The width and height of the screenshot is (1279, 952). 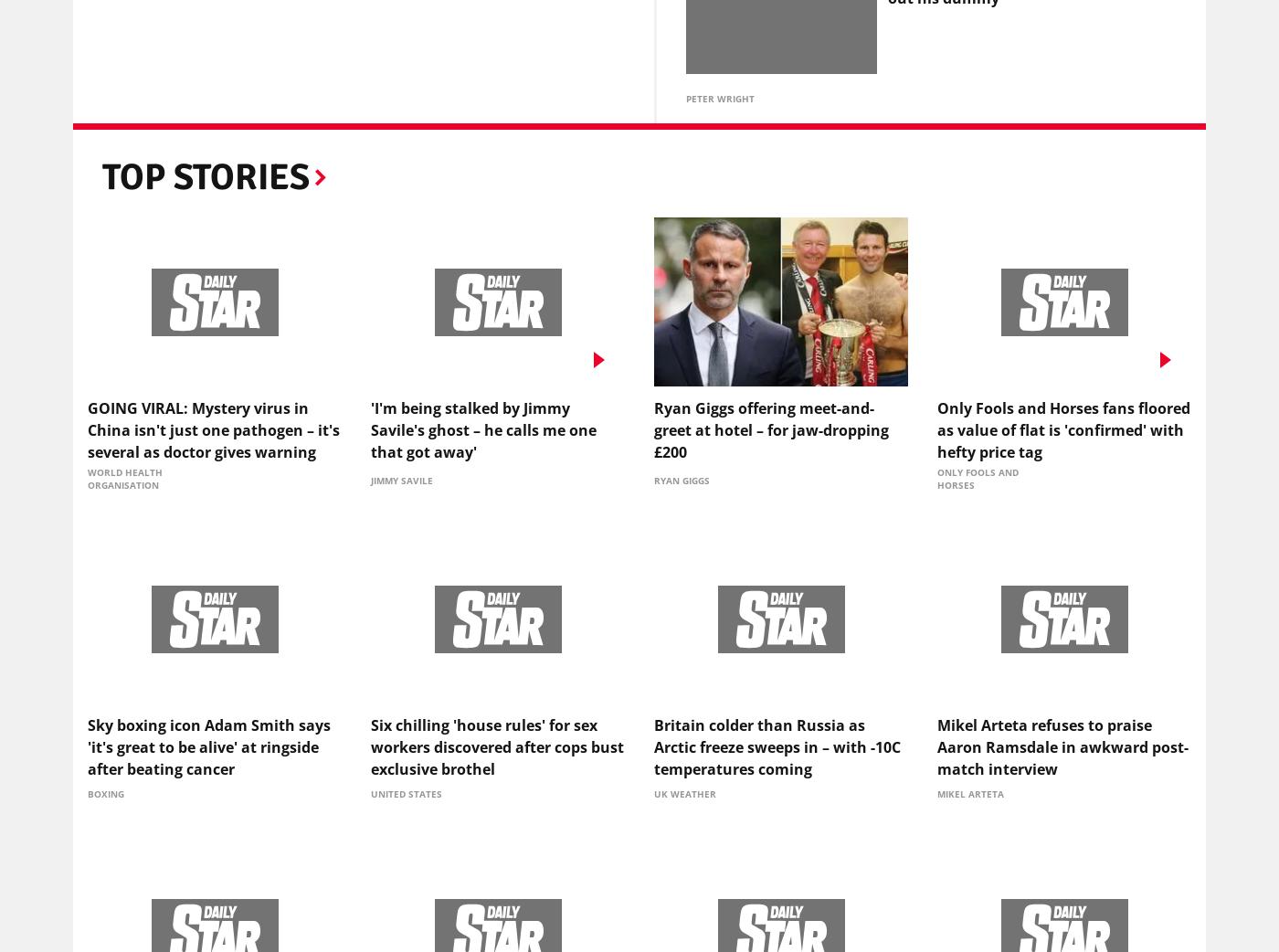 I want to click on 'More On', so click(x=175, y=106).